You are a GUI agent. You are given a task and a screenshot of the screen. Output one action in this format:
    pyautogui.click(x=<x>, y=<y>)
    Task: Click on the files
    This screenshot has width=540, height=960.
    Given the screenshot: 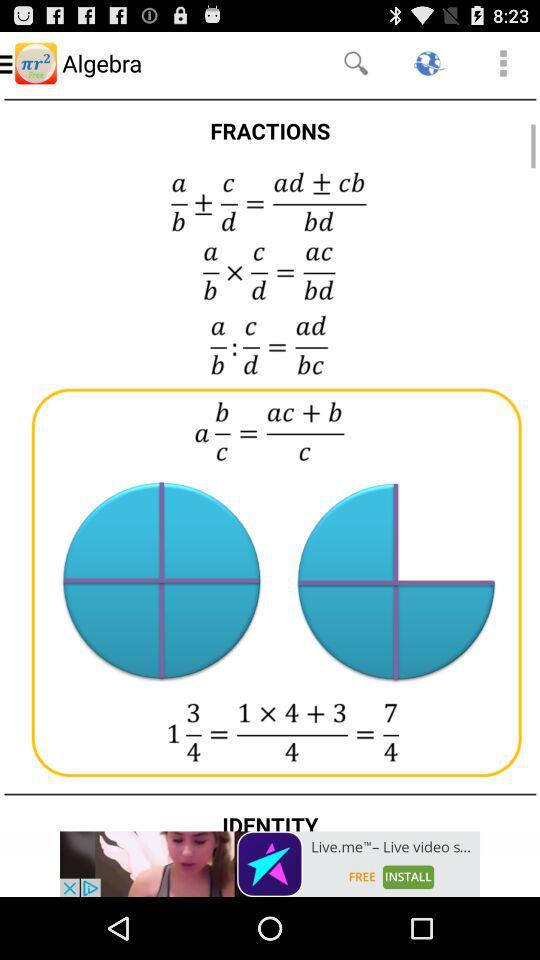 What is the action you would take?
    pyautogui.click(x=270, y=462)
    